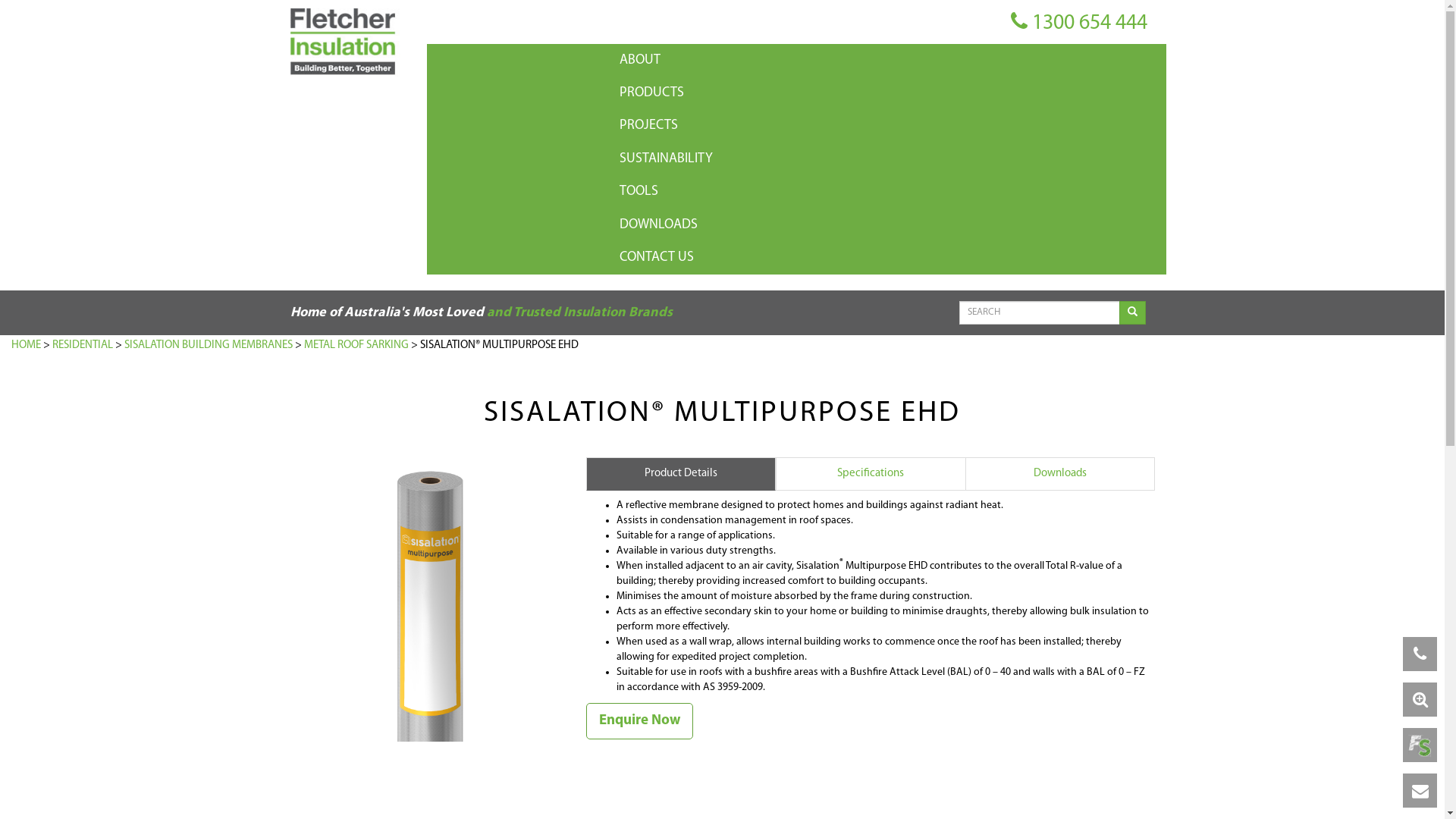 Image resolution: width=1456 pixels, height=819 pixels. Describe the element at coordinates (870, 472) in the screenshot. I see `'Specifications'` at that location.